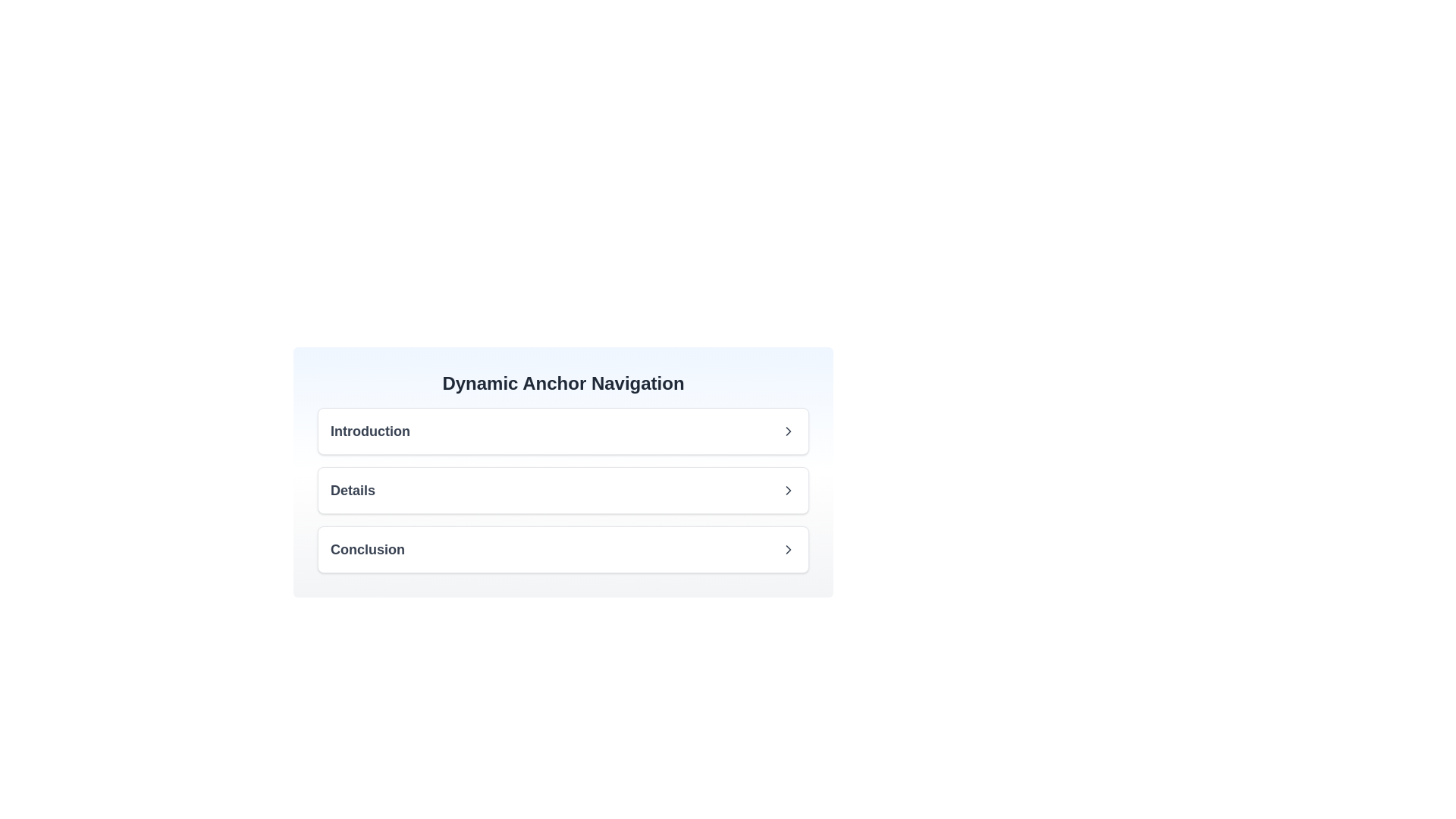  Describe the element at coordinates (789, 550) in the screenshot. I see `the right-pointing arrow icon located at the far right of the 'Conclusion' section in the navigation list` at that location.